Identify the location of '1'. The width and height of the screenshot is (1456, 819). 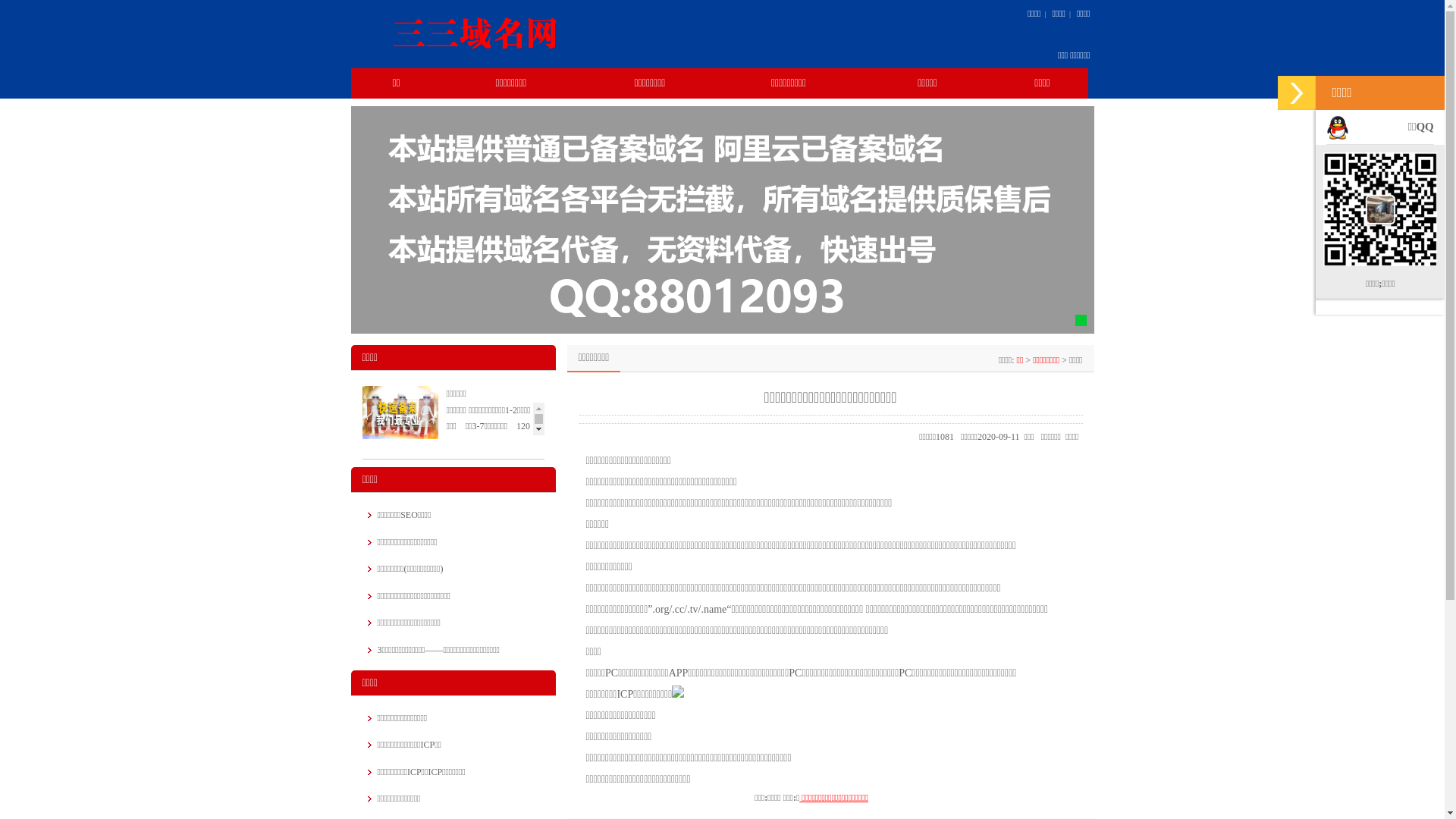
(1080, 319).